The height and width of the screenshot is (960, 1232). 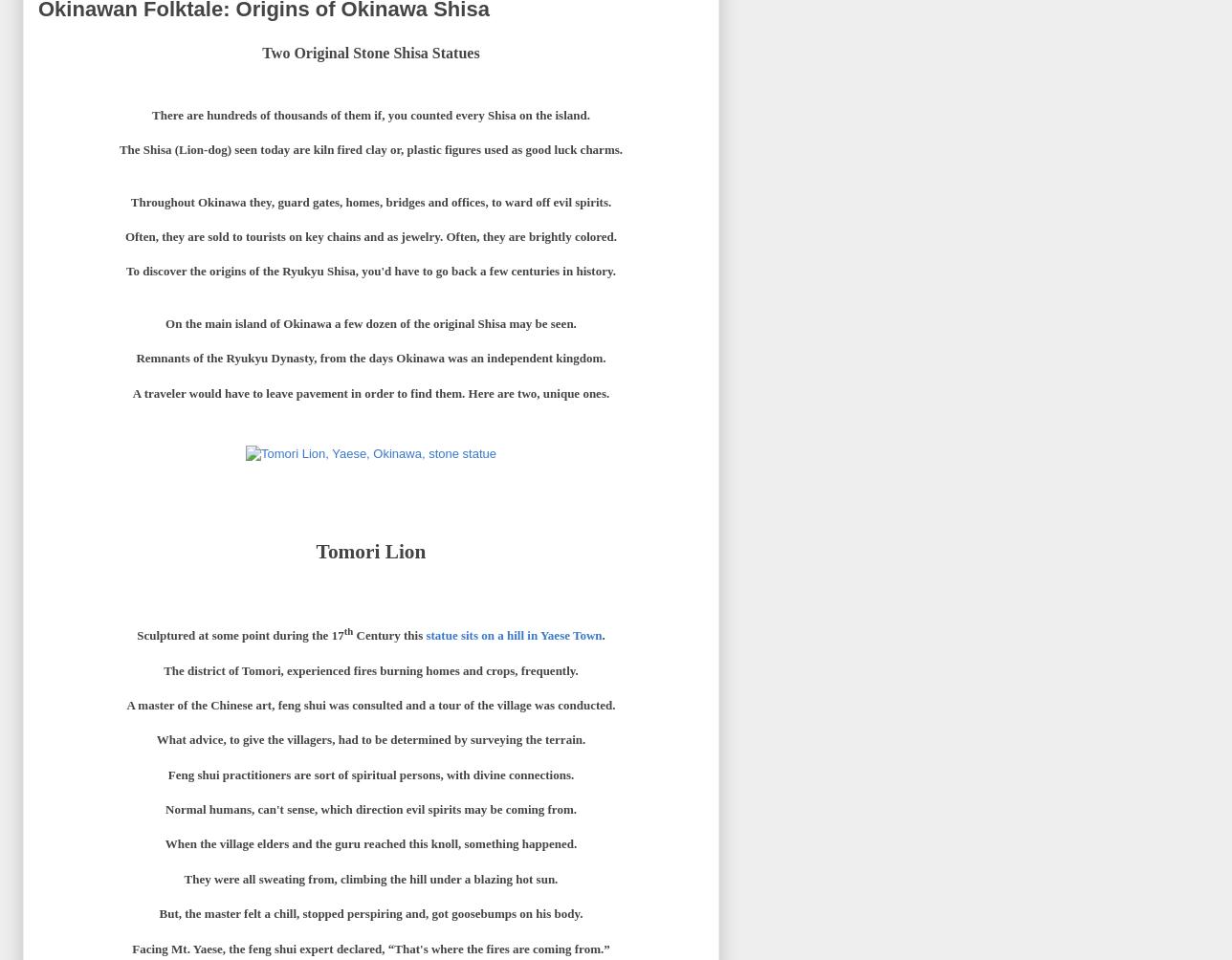 I want to click on 'Tomori Lion', so click(x=315, y=551).